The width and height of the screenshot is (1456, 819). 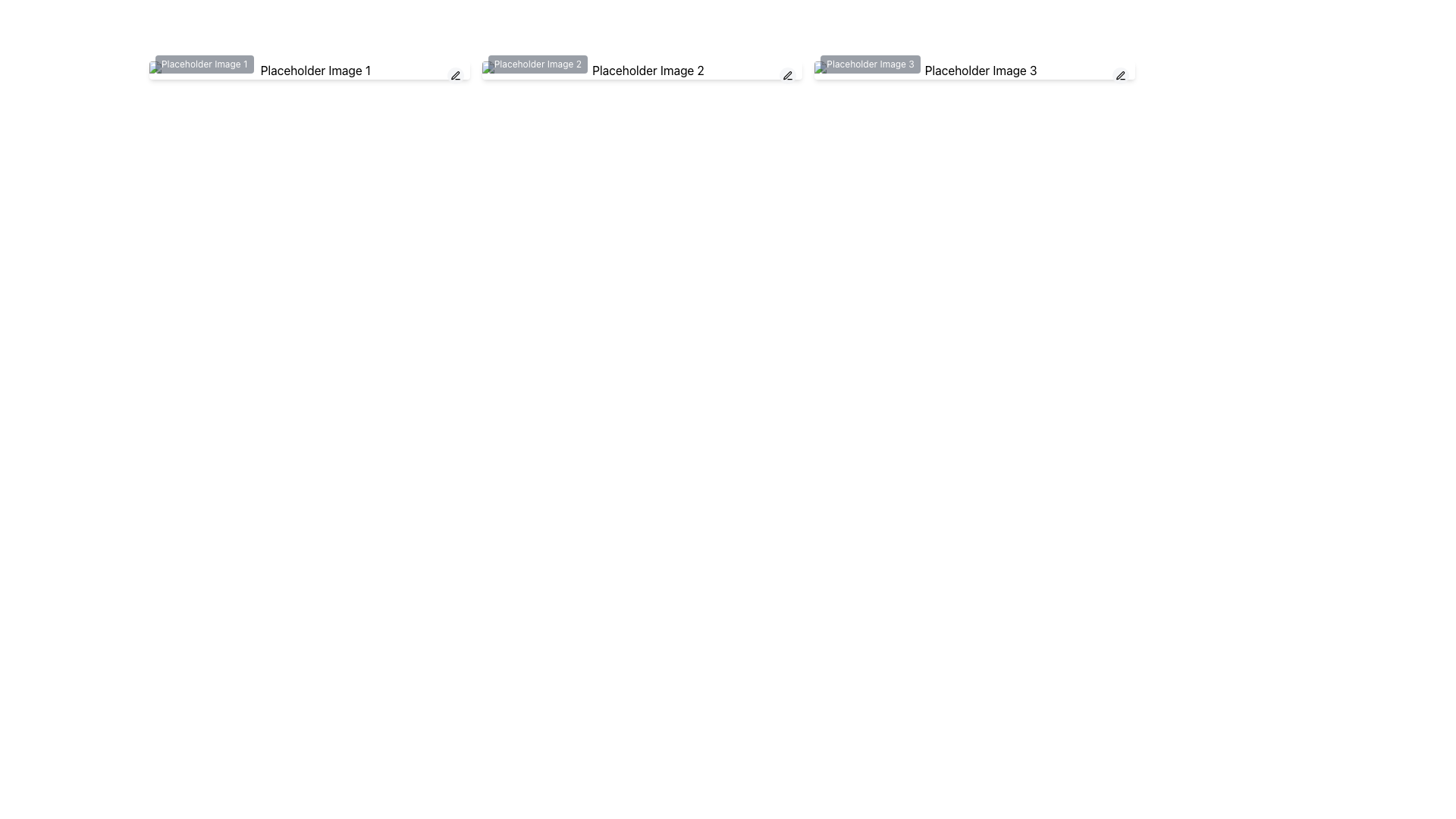 What do you see at coordinates (1121, 76) in the screenshot?
I see `the pen icon located in the top-right corner of the card titled 'Placeholder Image 3' to initiate editing` at bounding box center [1121, 76].